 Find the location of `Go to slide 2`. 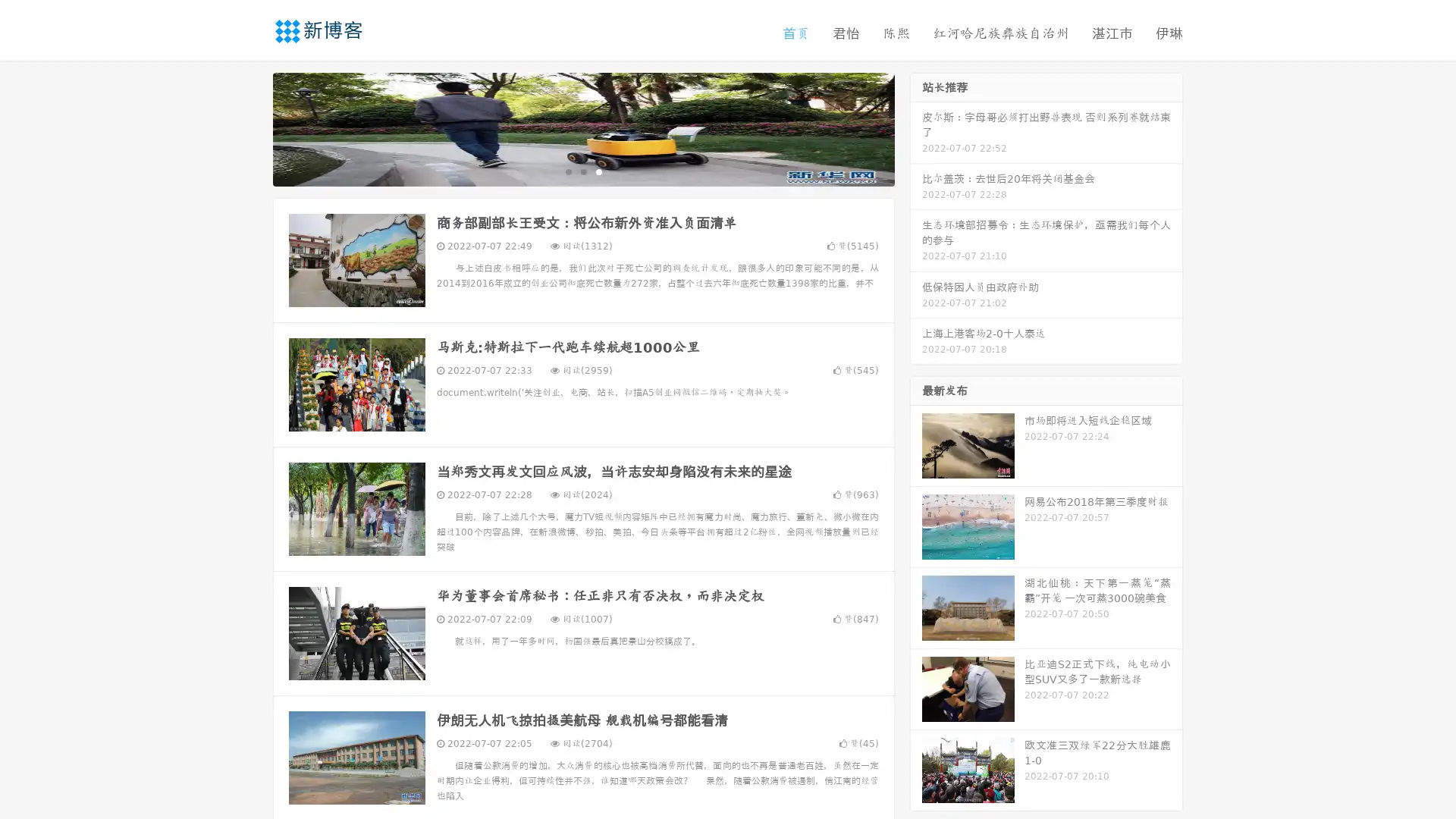

Go to slide 2 is located at coordinates (582, 171).